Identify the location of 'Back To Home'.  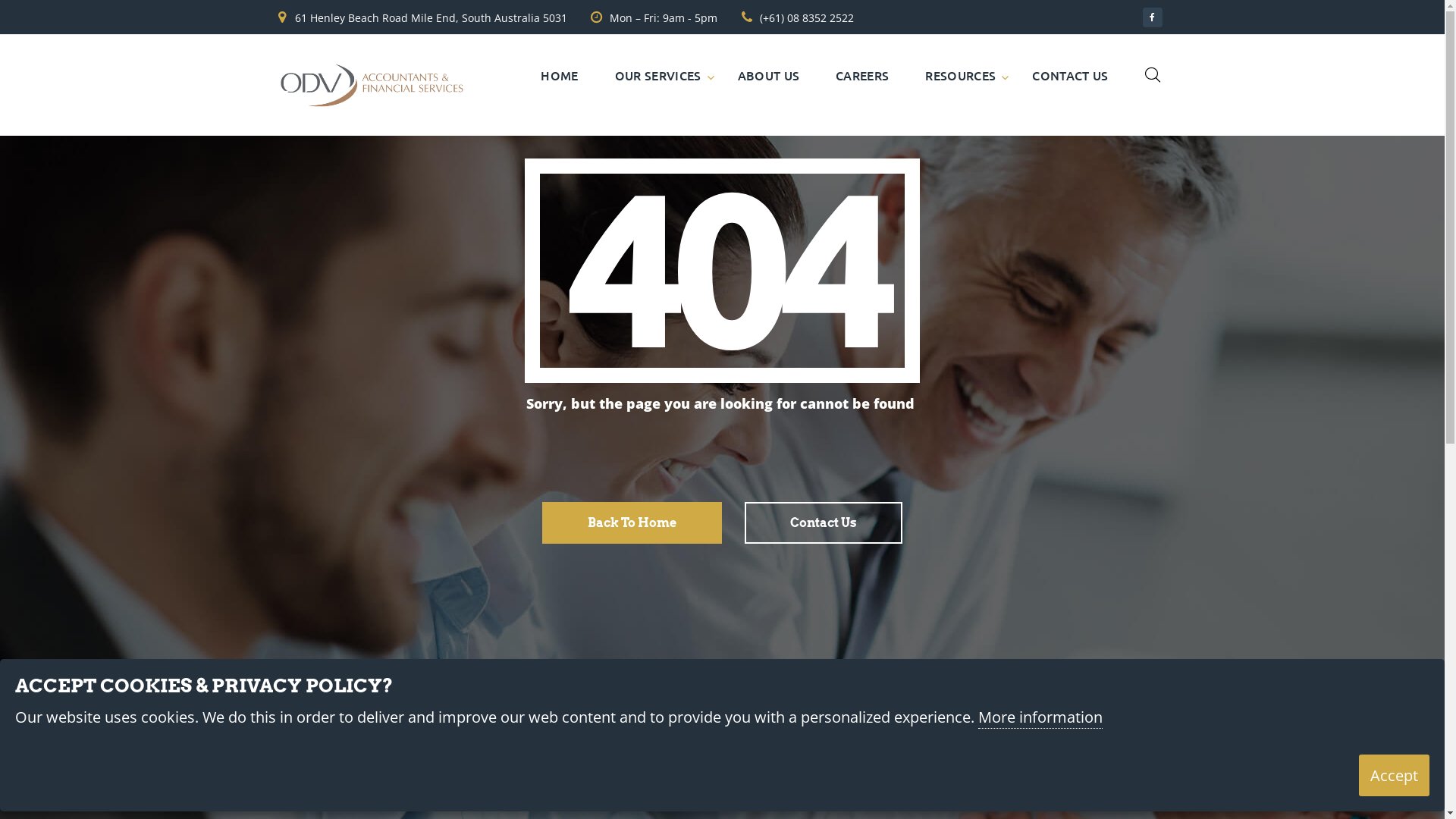
(632, 522).